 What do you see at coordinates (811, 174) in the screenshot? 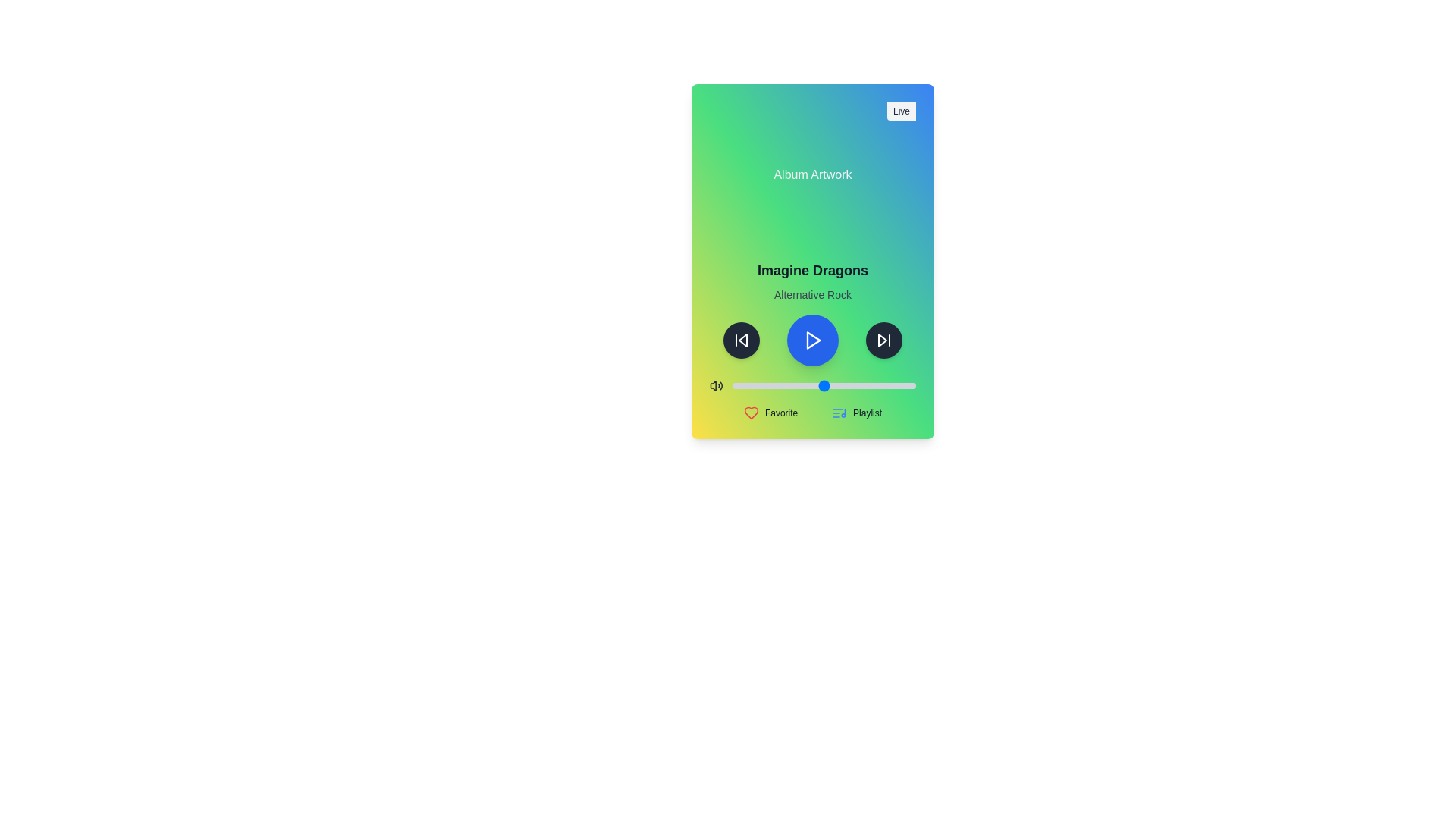
I see `text label that denotes the content as 'Album Artwork', located centrally above the 'Imagine Dragons' text and below the 'Live' tag` at bounding box center [811, 174].